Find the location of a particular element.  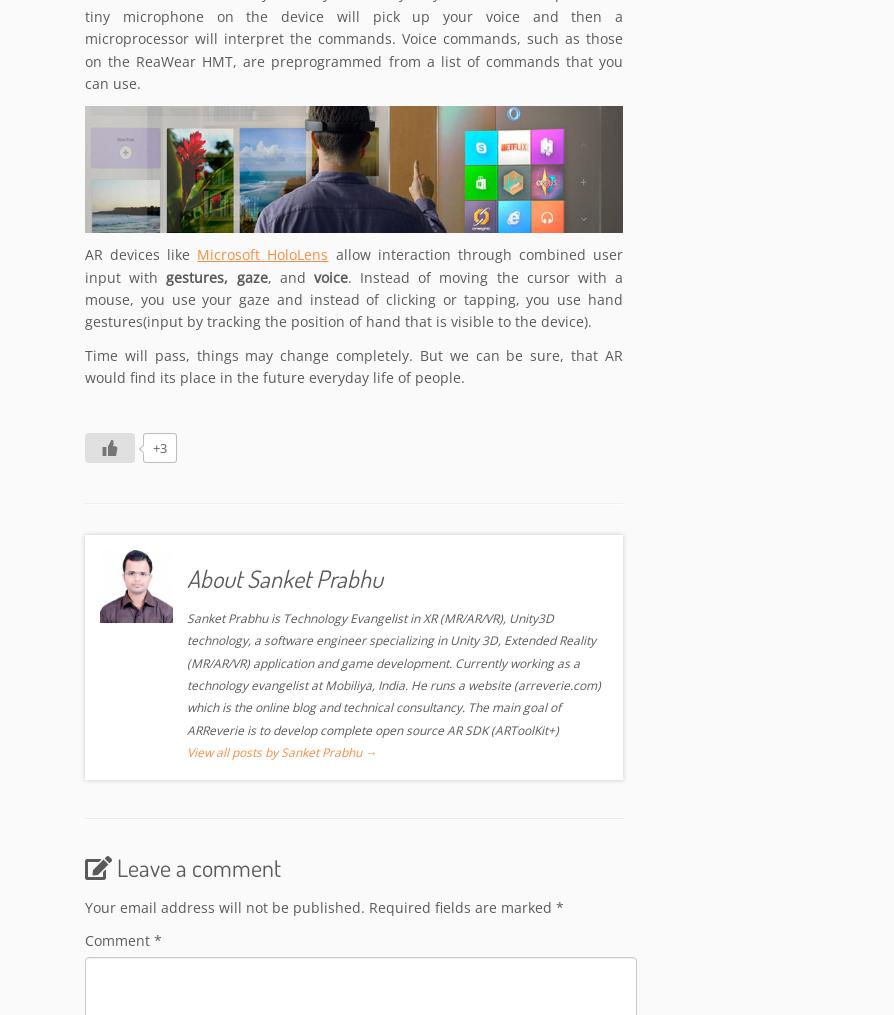

'About Sanket Prabhu' is located at coordinates (284, 579).